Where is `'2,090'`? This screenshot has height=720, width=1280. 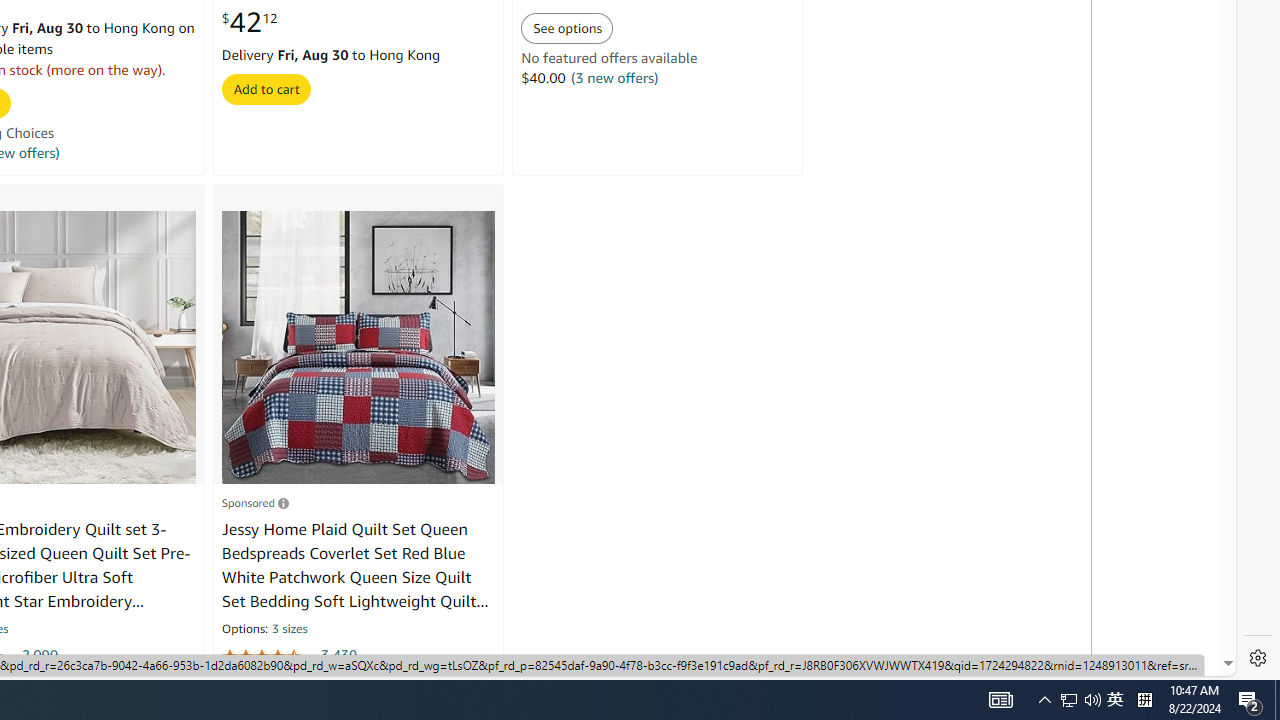 '2,090' is located at coordinates (39, 655).